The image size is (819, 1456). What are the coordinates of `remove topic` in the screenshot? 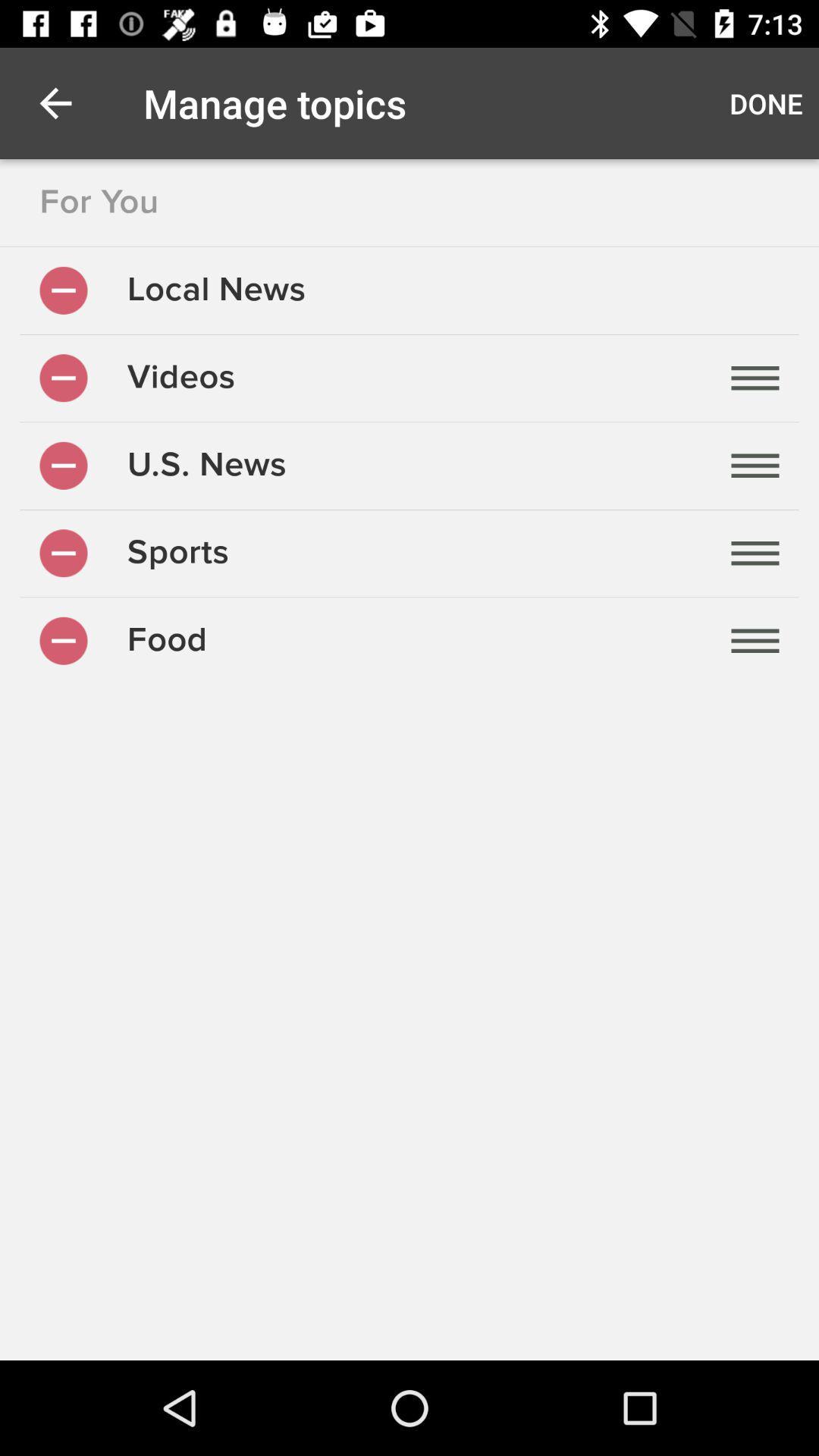 It's located at (63, 552).